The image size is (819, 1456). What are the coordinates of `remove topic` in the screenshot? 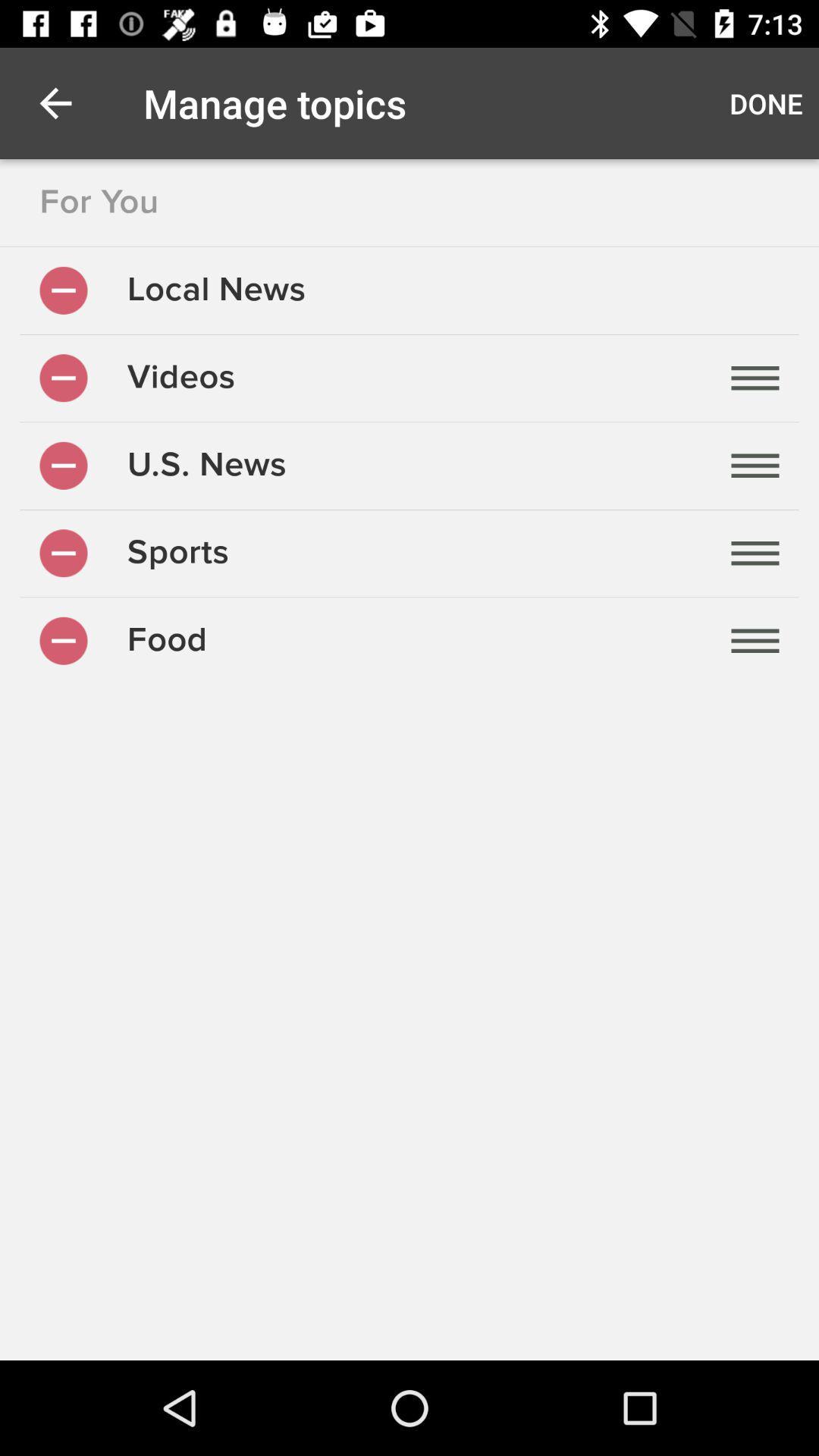 It's located at (63, 552).